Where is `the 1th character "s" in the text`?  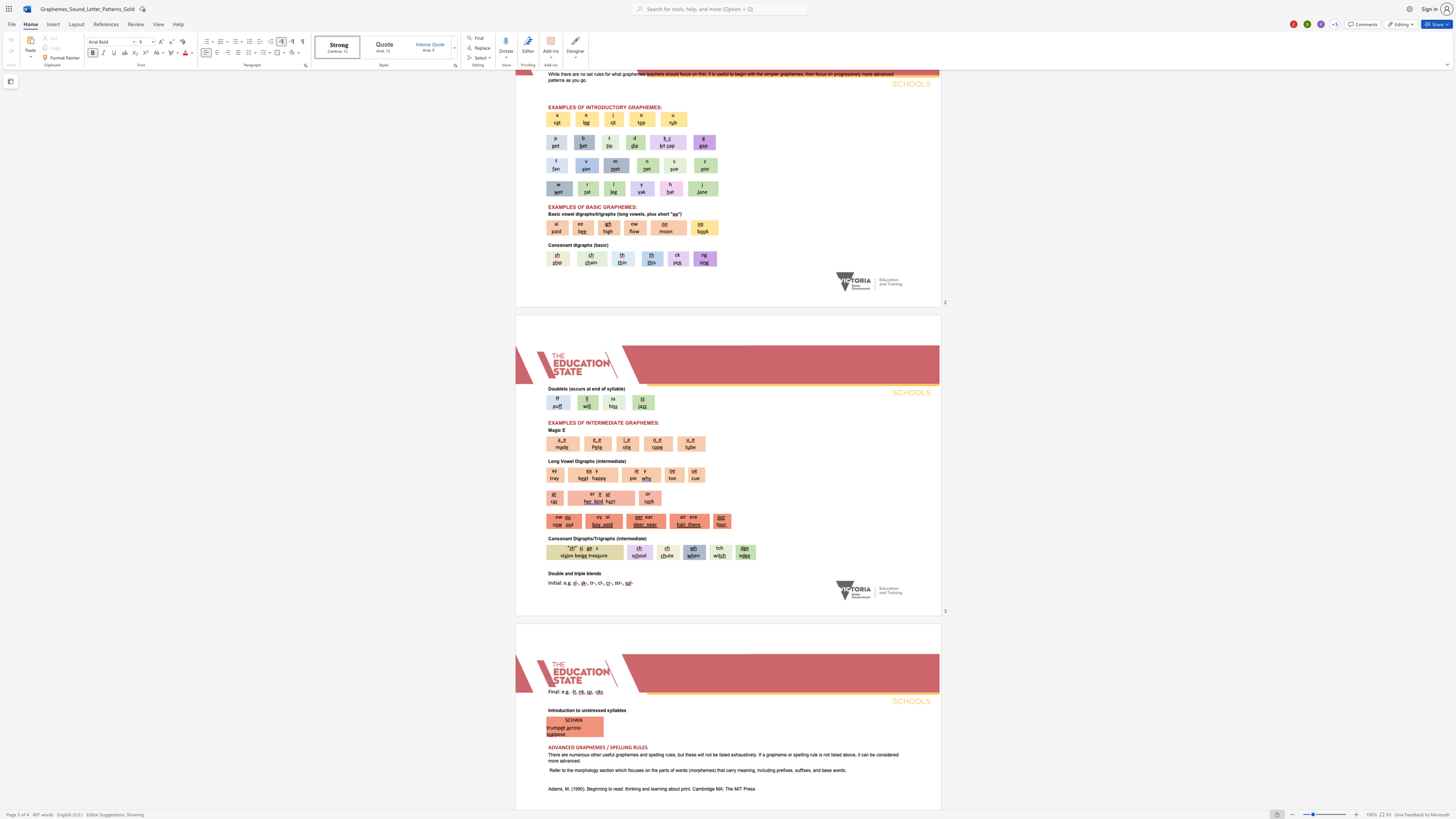
the 1th character "s" in the text is located at coordinates (599, 573).